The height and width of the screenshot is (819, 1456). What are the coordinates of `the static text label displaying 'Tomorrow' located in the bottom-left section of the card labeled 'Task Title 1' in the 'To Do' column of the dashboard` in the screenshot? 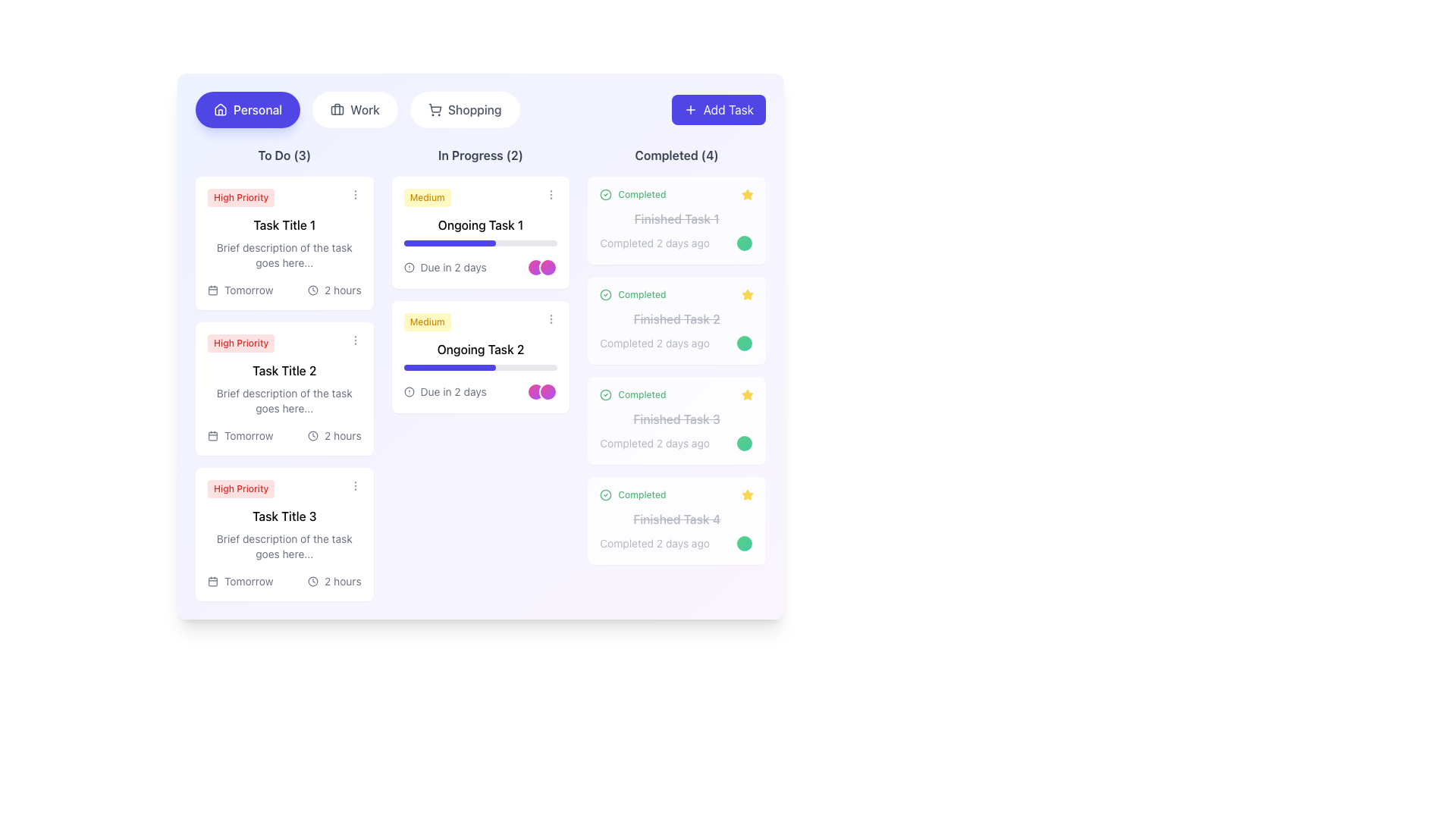 It's located at (249, 290).